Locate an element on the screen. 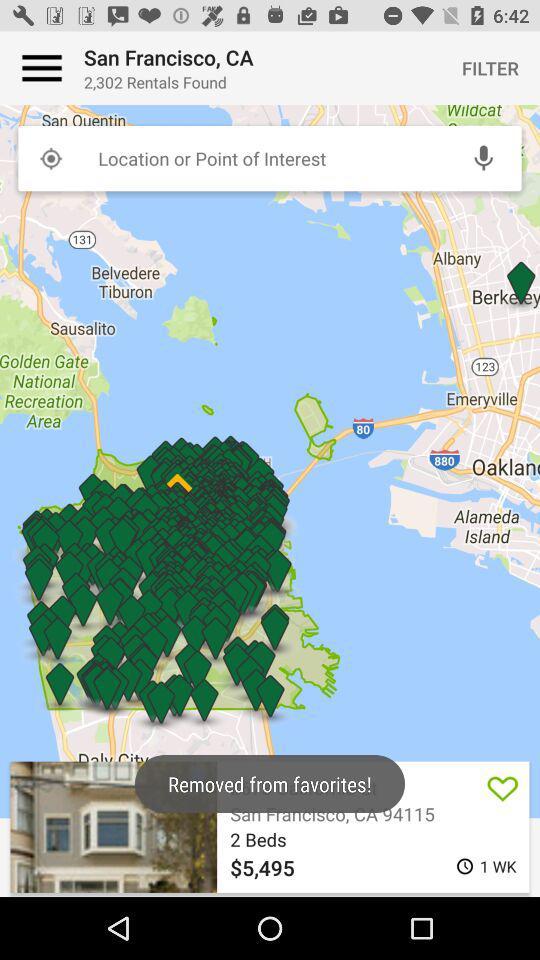  the microphone icon is located at coordinates (482, 157).